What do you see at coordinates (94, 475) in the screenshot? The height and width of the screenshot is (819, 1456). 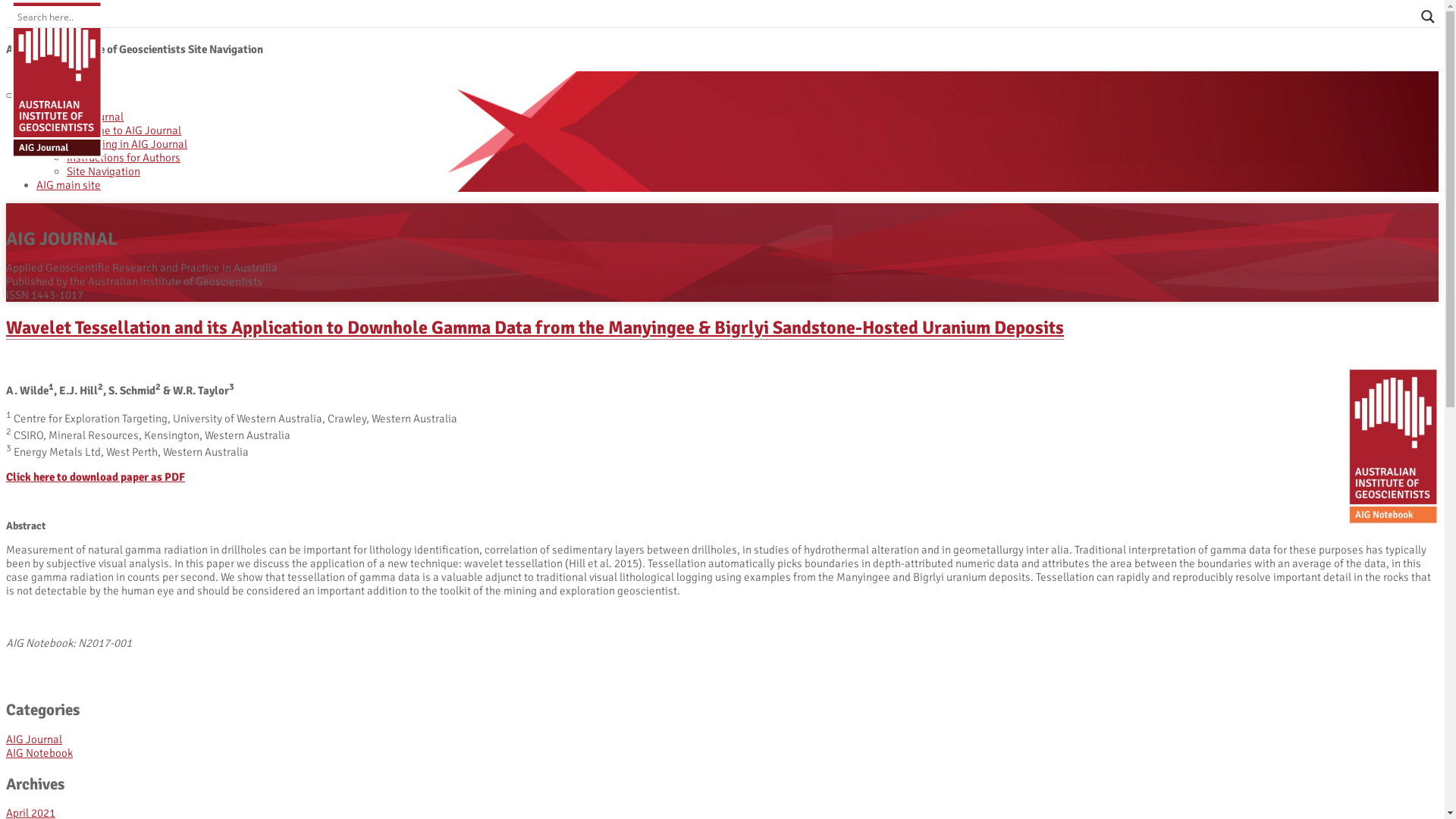 I see `'Click here to download paper as PDF'` at bounding box center [94, 475].